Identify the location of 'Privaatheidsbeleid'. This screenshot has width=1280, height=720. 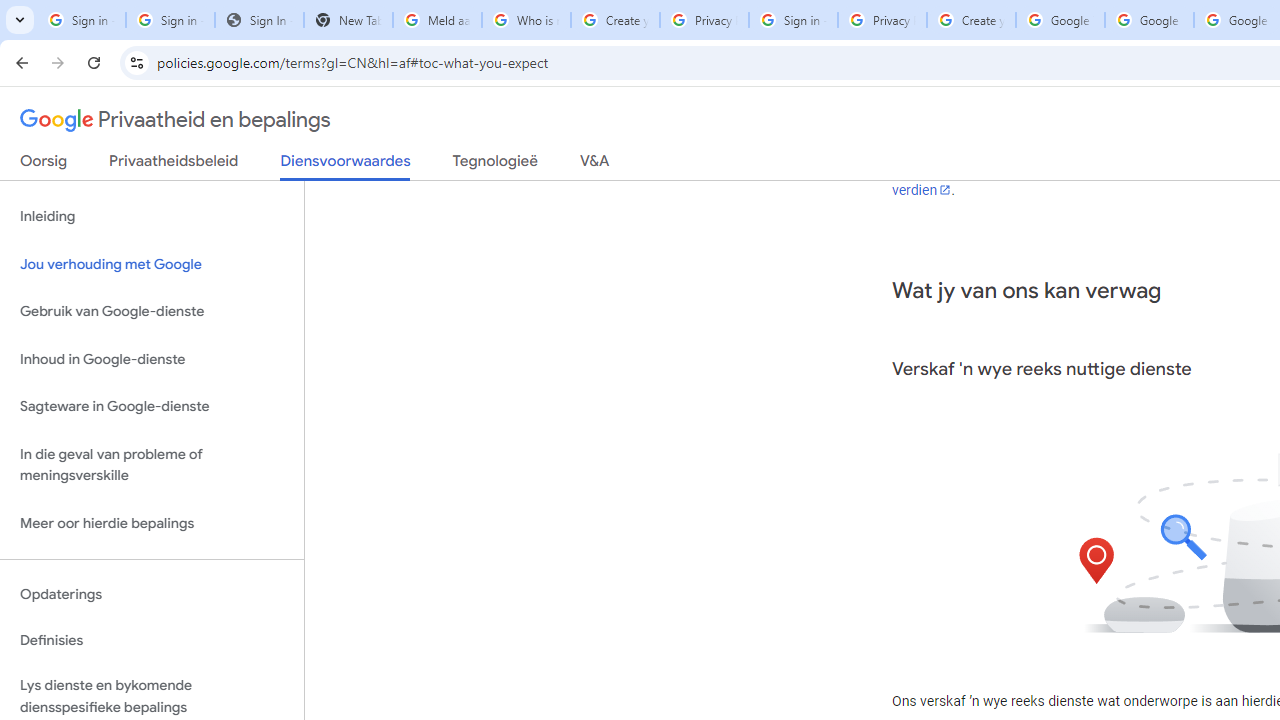
(174, 164).